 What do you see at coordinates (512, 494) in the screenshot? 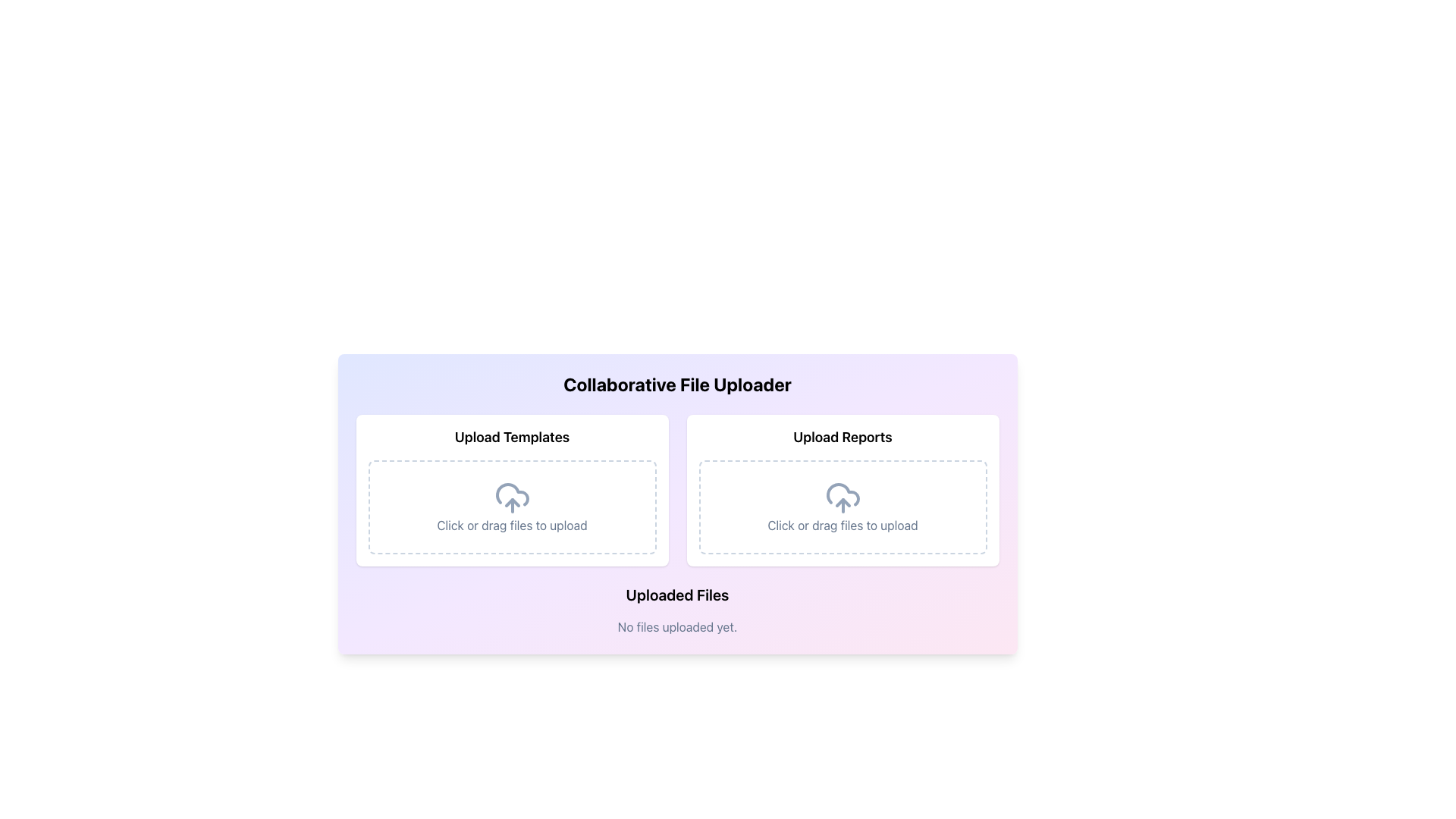
I see `the graphical part of the 'Upload Templates' icon, which is a decorative visual element within the left box labeled 'Upload Templates'` at bounding box center [512, 494].